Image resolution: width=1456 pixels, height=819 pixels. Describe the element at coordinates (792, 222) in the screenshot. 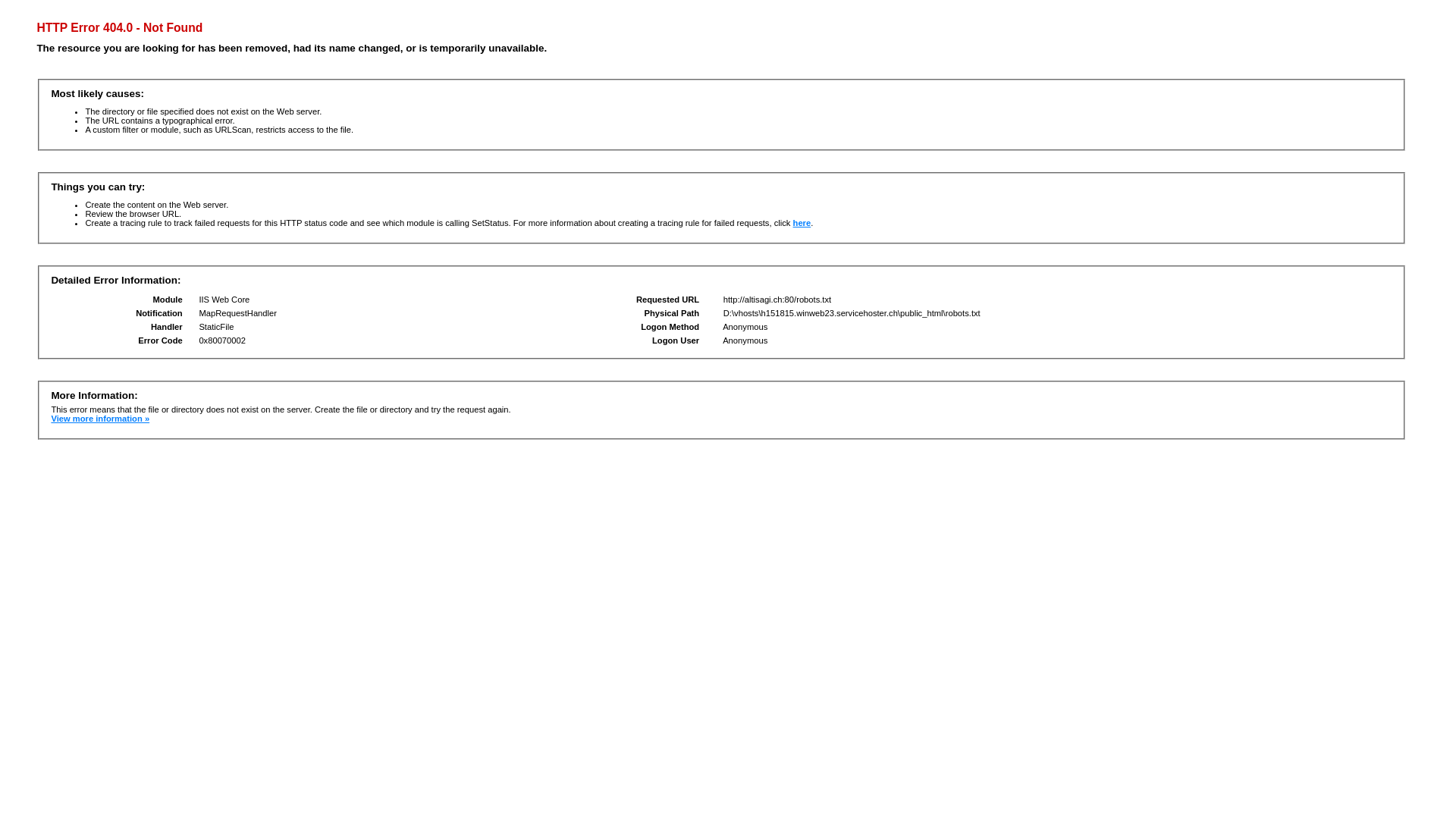

I see `'here'` at that location.